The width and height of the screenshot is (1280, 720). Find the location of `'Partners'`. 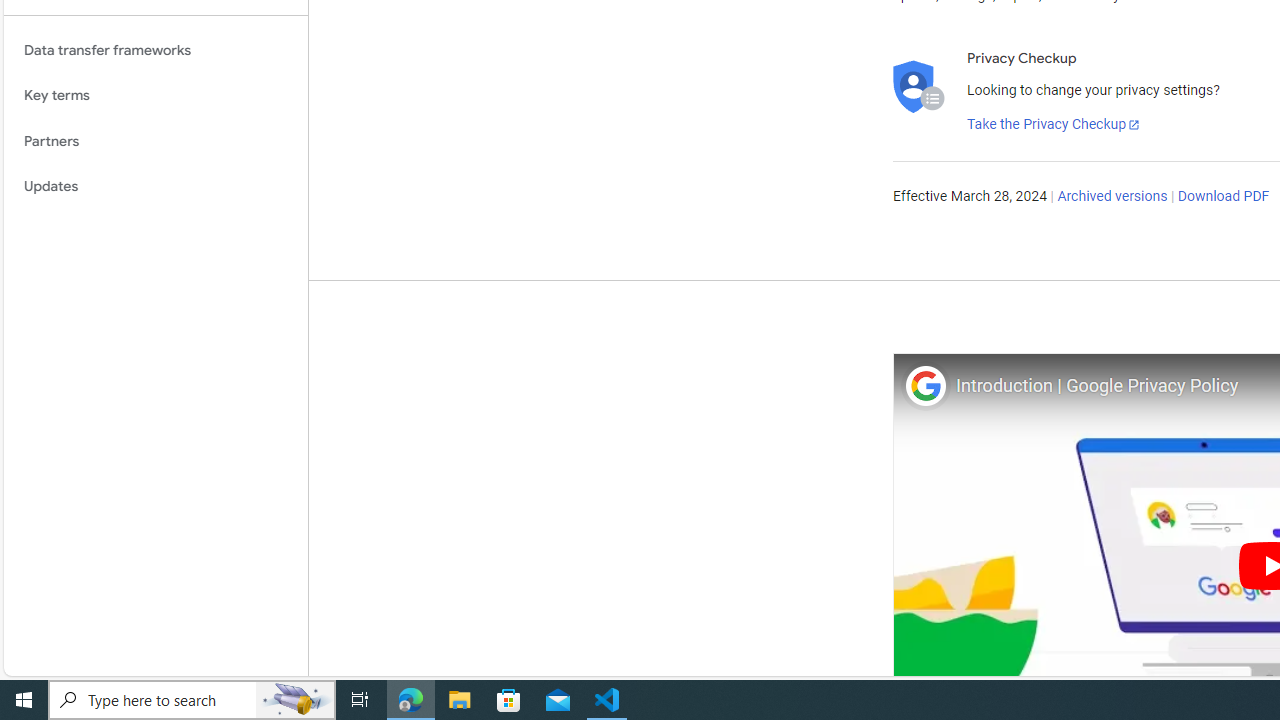

'Partners' is located at coordinates (155, 140).